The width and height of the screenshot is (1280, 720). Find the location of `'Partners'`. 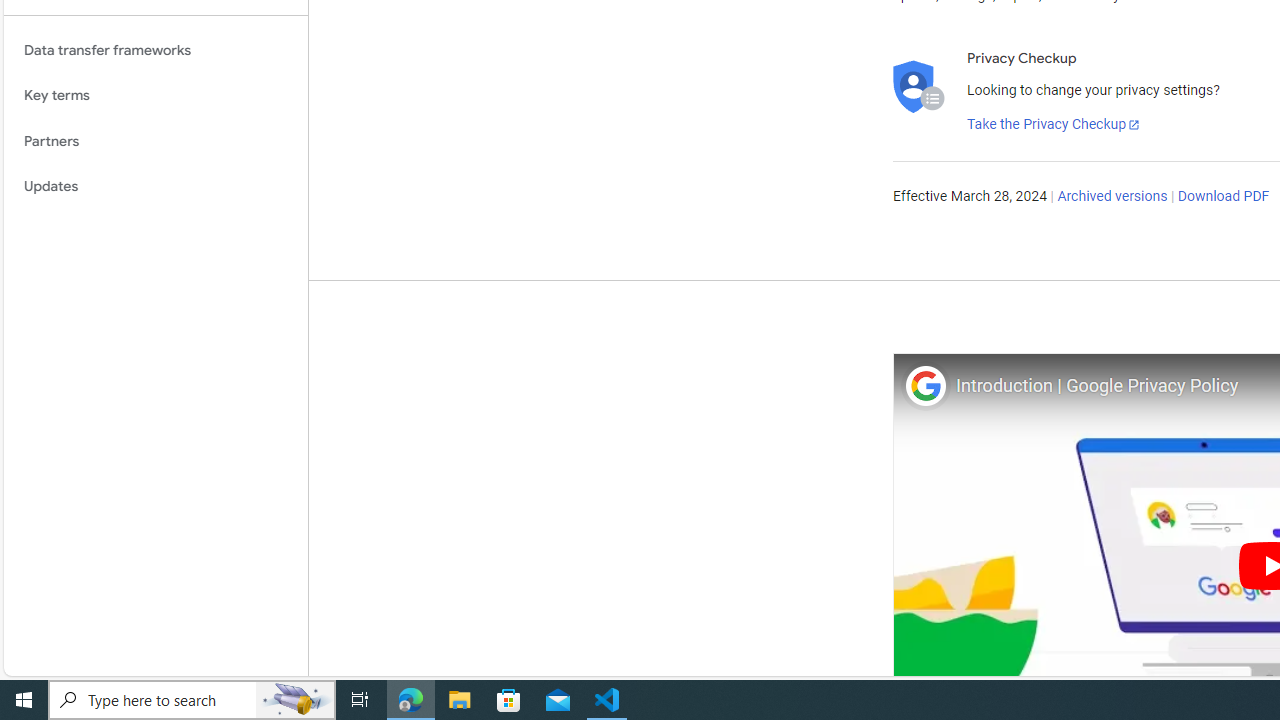

'Partners' is located at coordinates (155, 140).